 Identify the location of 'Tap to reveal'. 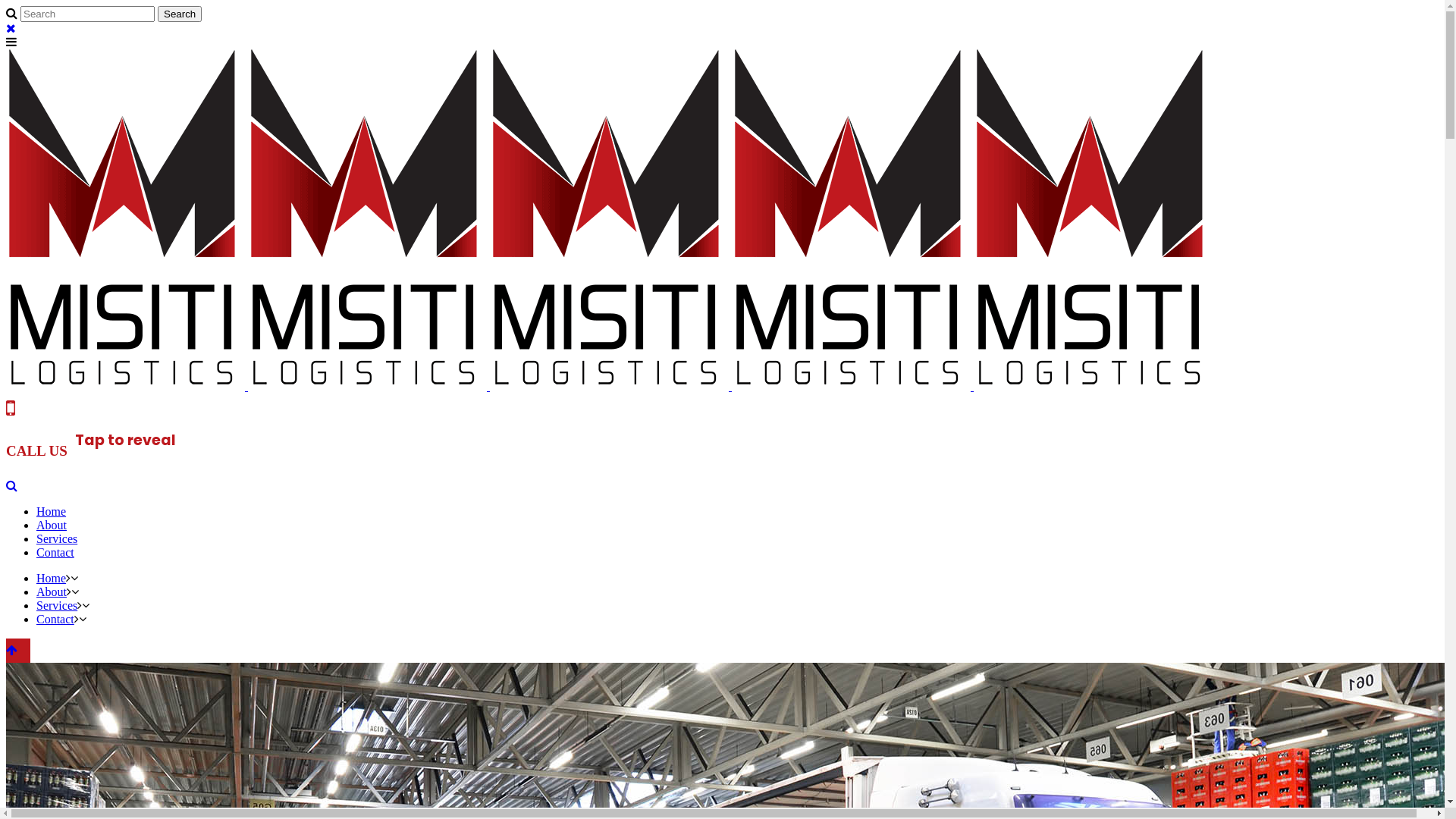
(125, 440).